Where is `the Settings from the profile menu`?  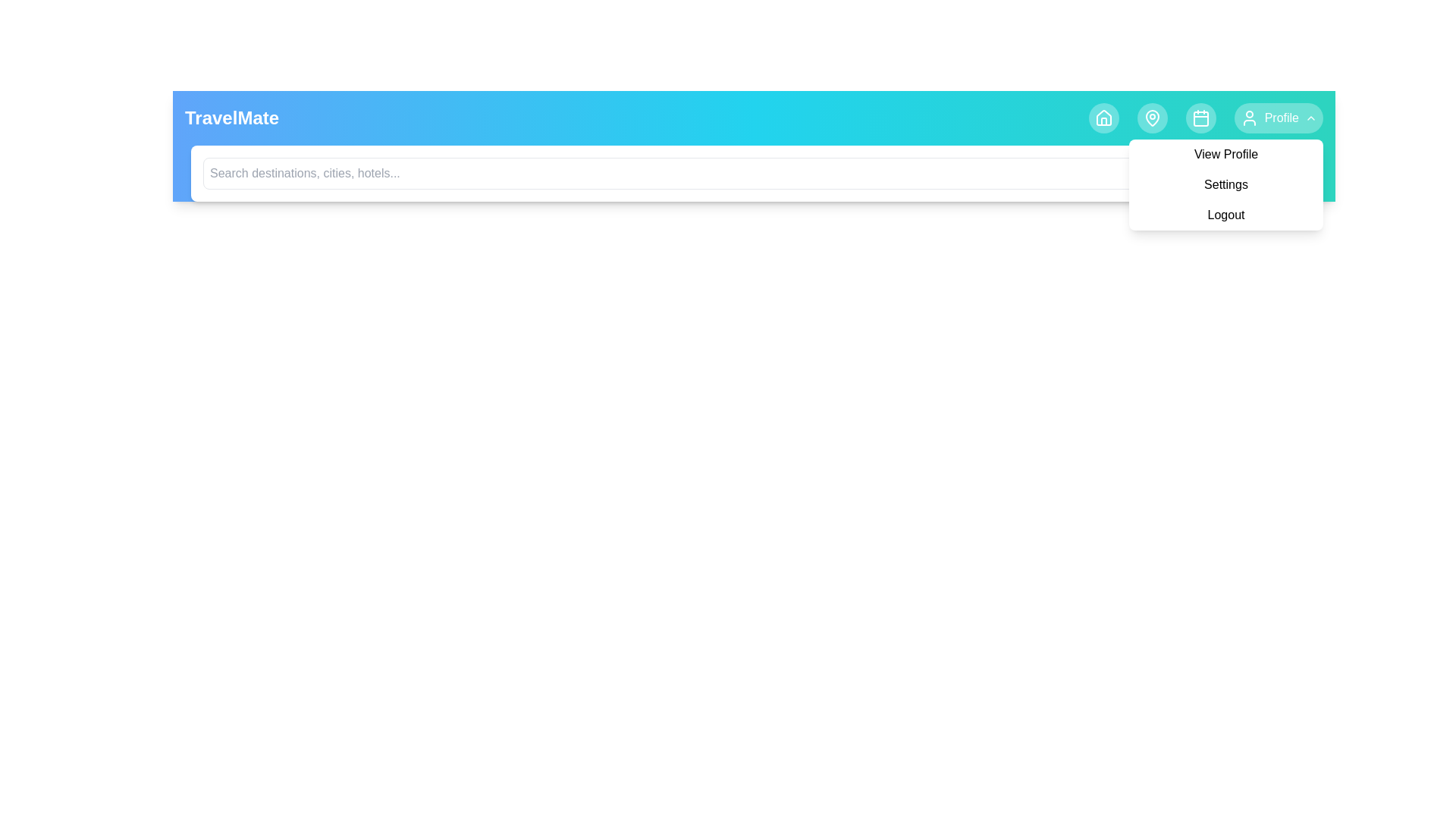 the Settings from the profile menu is located at coordinates (1226, 184).